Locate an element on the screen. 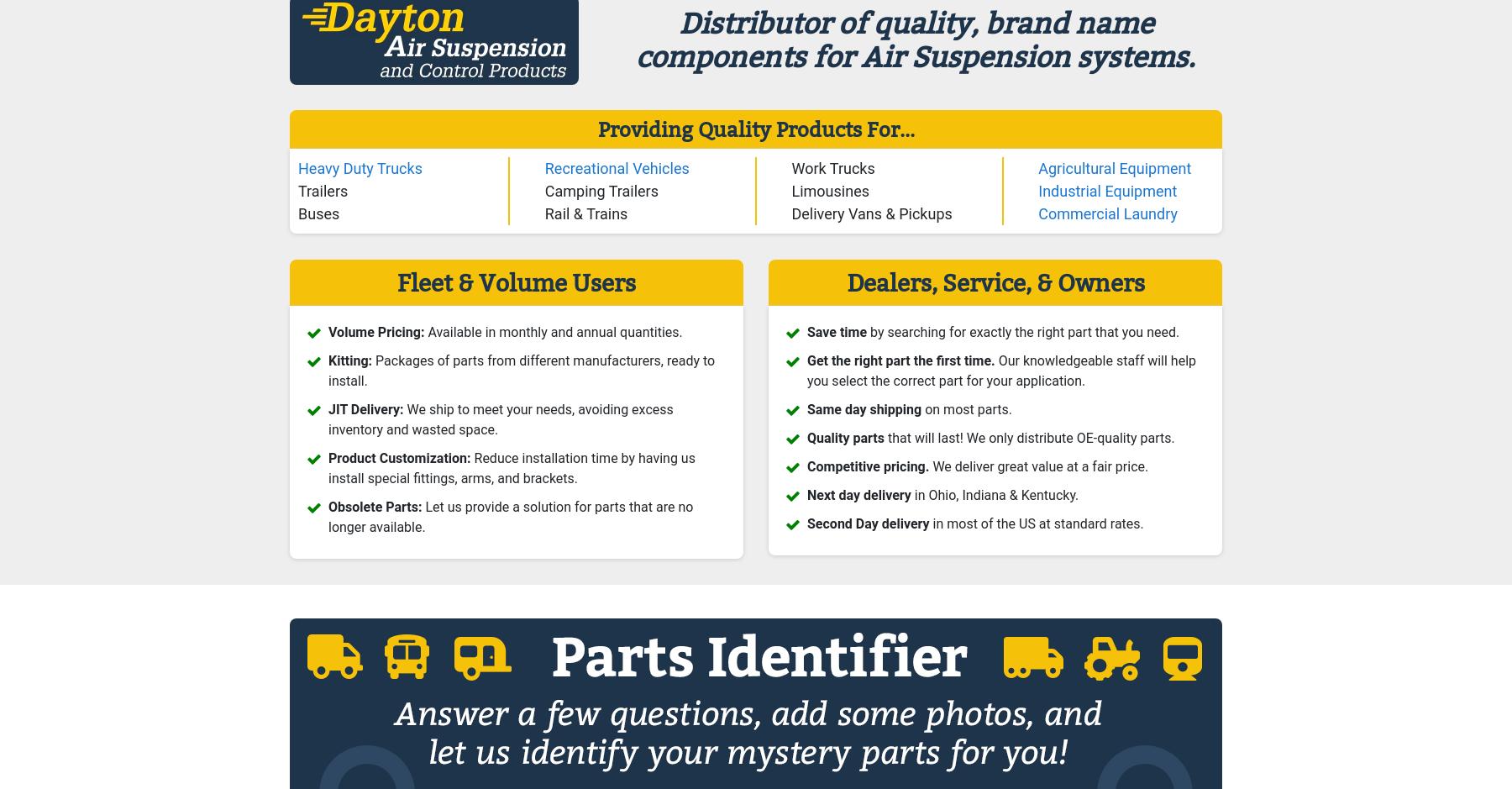 Image resolution: width=1512 pixels, height=789 pixels. 'by searching for exactly the right part that you need.' is located at coordinates (1022, 332).